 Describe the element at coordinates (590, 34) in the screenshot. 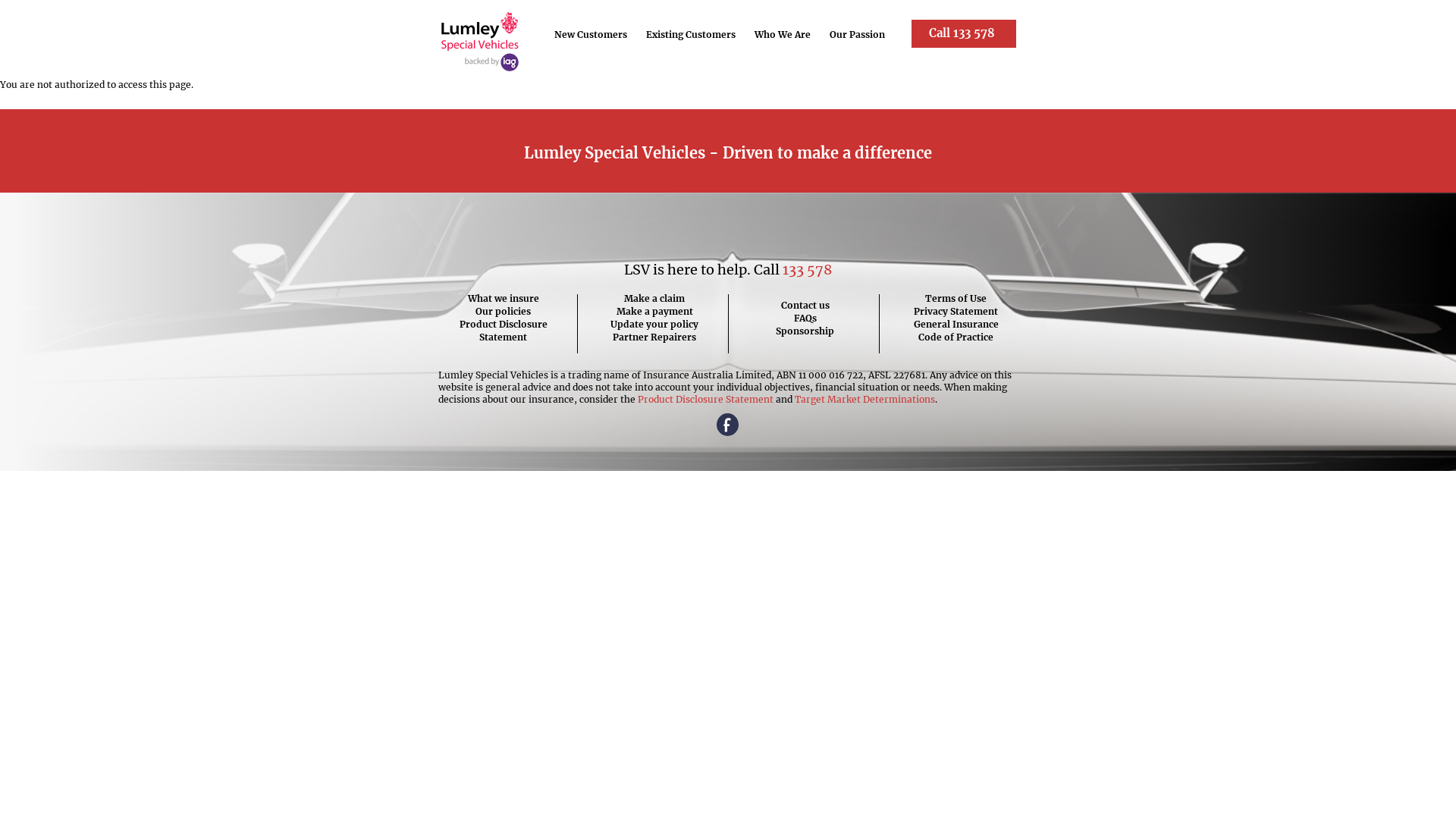

I see `'New Customers'` at that location.